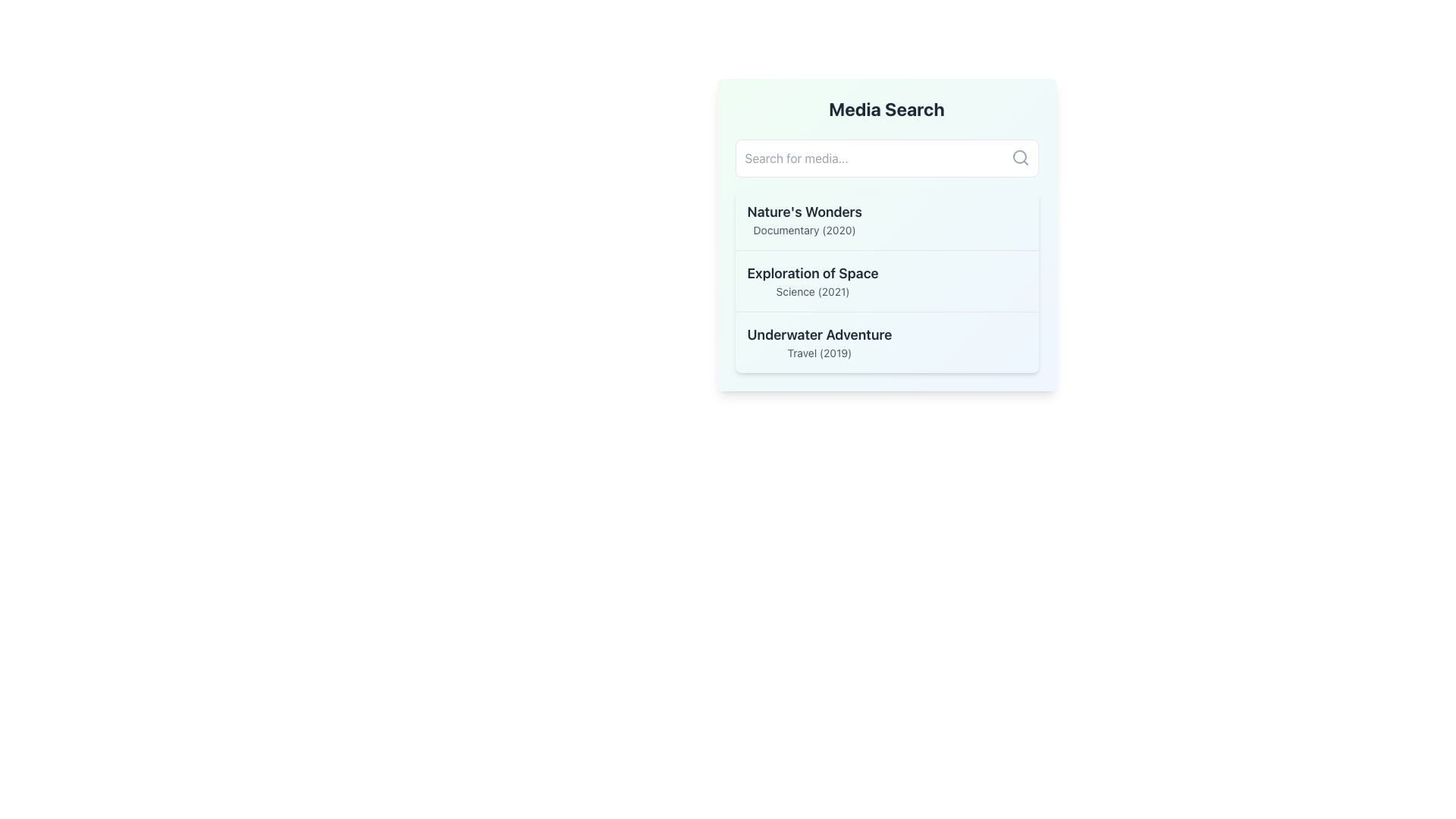 The image size is (1456, 819). What do you see at coordinates (886, 281) in the screenshot?
I see `the list item for 'Exploration of Space'` at bounding box center [886, 281].